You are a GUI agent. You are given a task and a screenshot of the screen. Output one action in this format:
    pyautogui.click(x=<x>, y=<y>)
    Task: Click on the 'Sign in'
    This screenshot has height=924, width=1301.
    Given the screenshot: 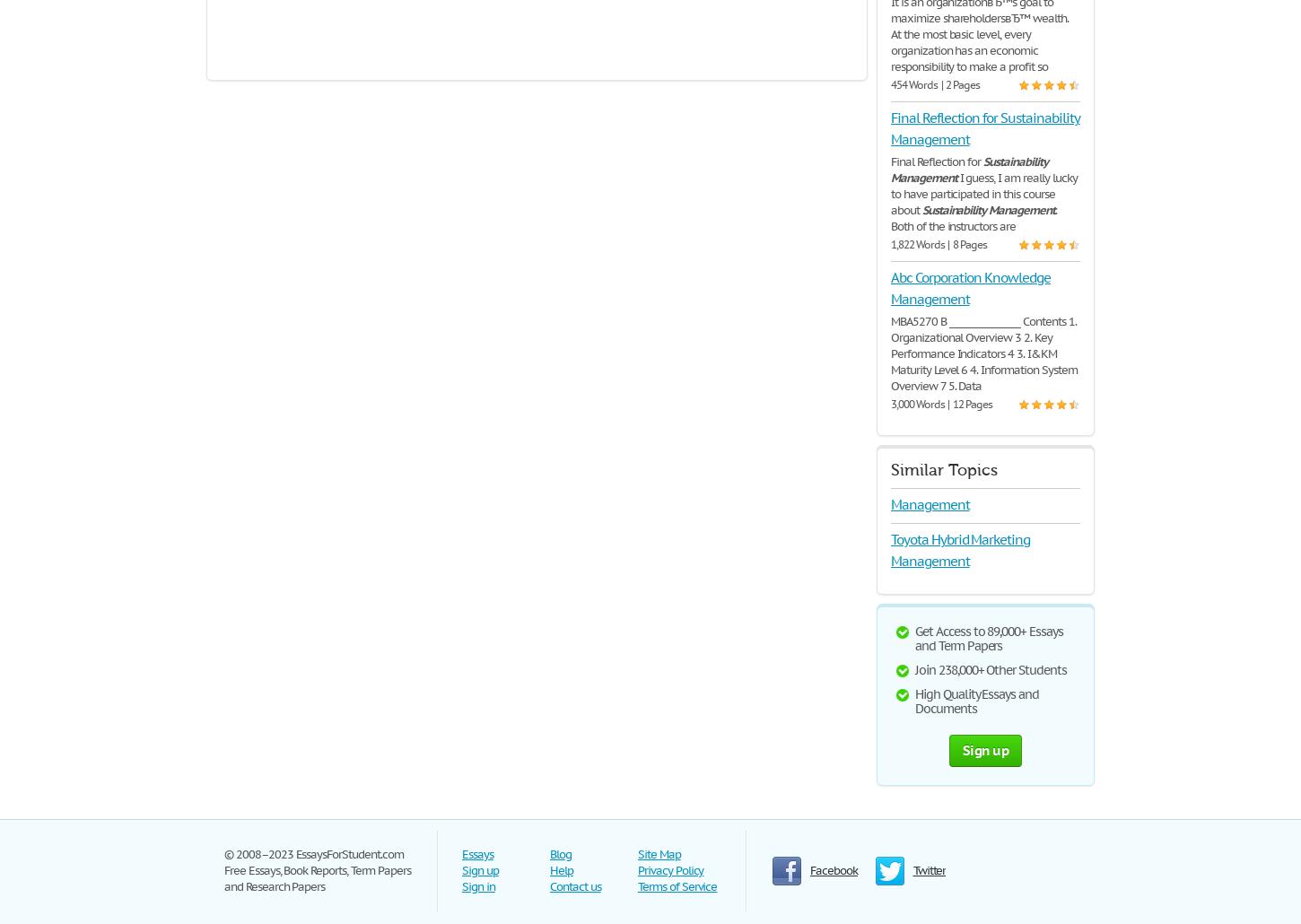 What is the action you would take?
    pyautogui.click(x=478, y=885)
    